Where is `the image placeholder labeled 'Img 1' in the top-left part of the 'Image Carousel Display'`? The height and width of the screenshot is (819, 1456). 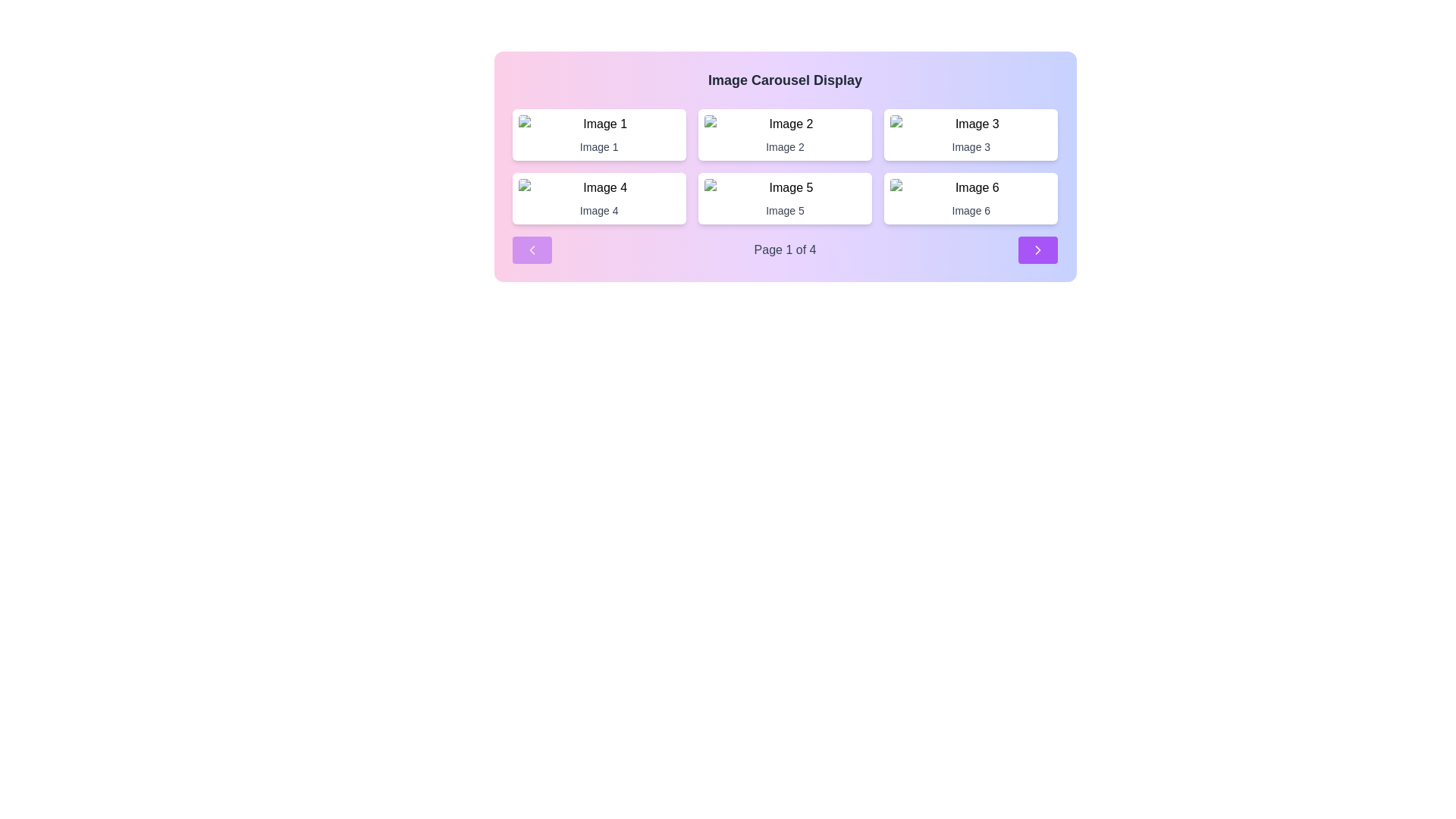
the image placeholder labeled 'Img 1' in the top-left part of the 'Image Carousel Display' is located at coordinates (598, 124).